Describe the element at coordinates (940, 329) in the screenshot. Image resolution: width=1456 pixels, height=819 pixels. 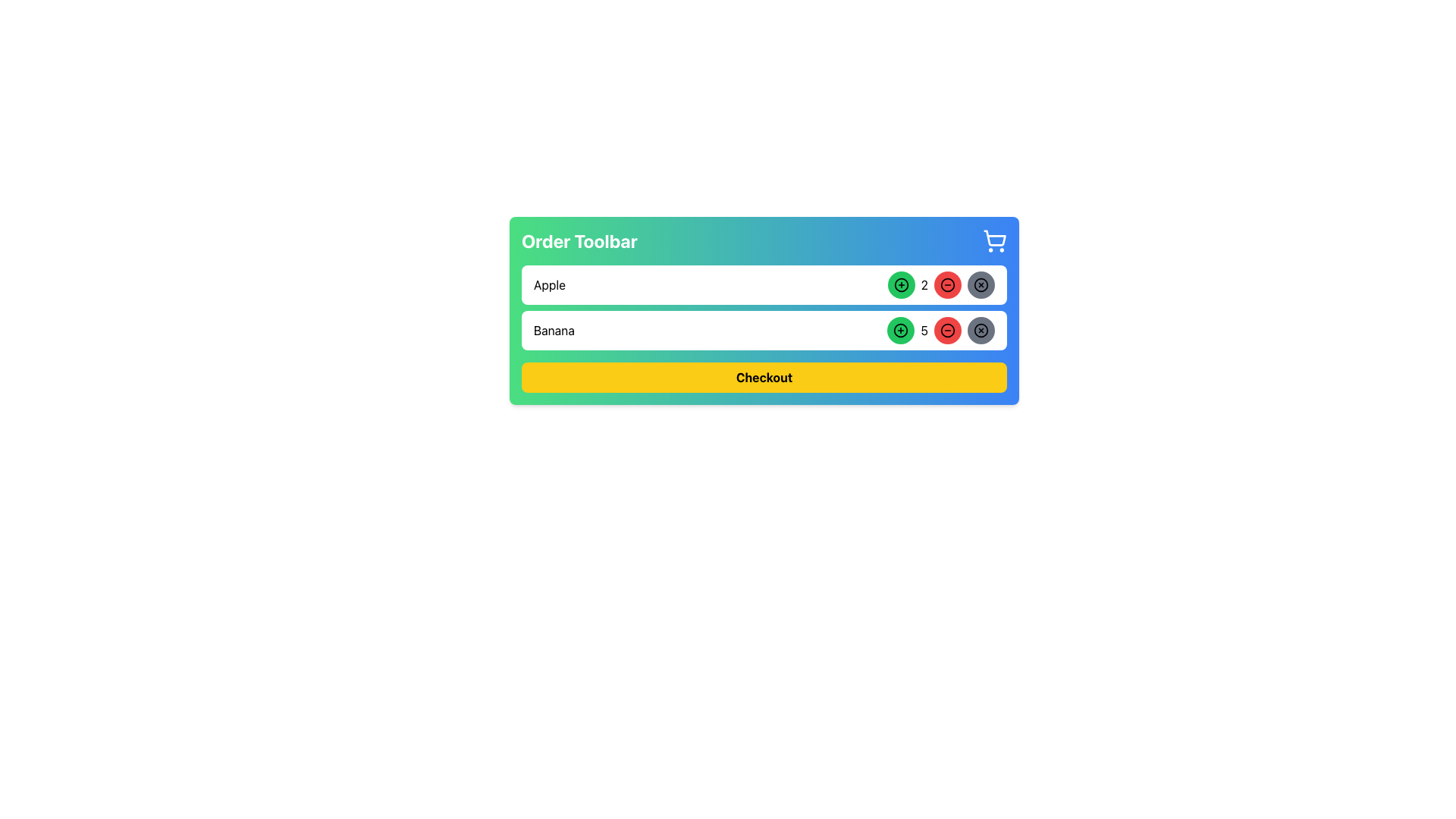
I see `the red circular button with a minus symbol, which is the second button in the row associated with the 'Banana' item, located to the right of the green button and to the left of the gray button, aligned with the quantity text '5'` at that location.